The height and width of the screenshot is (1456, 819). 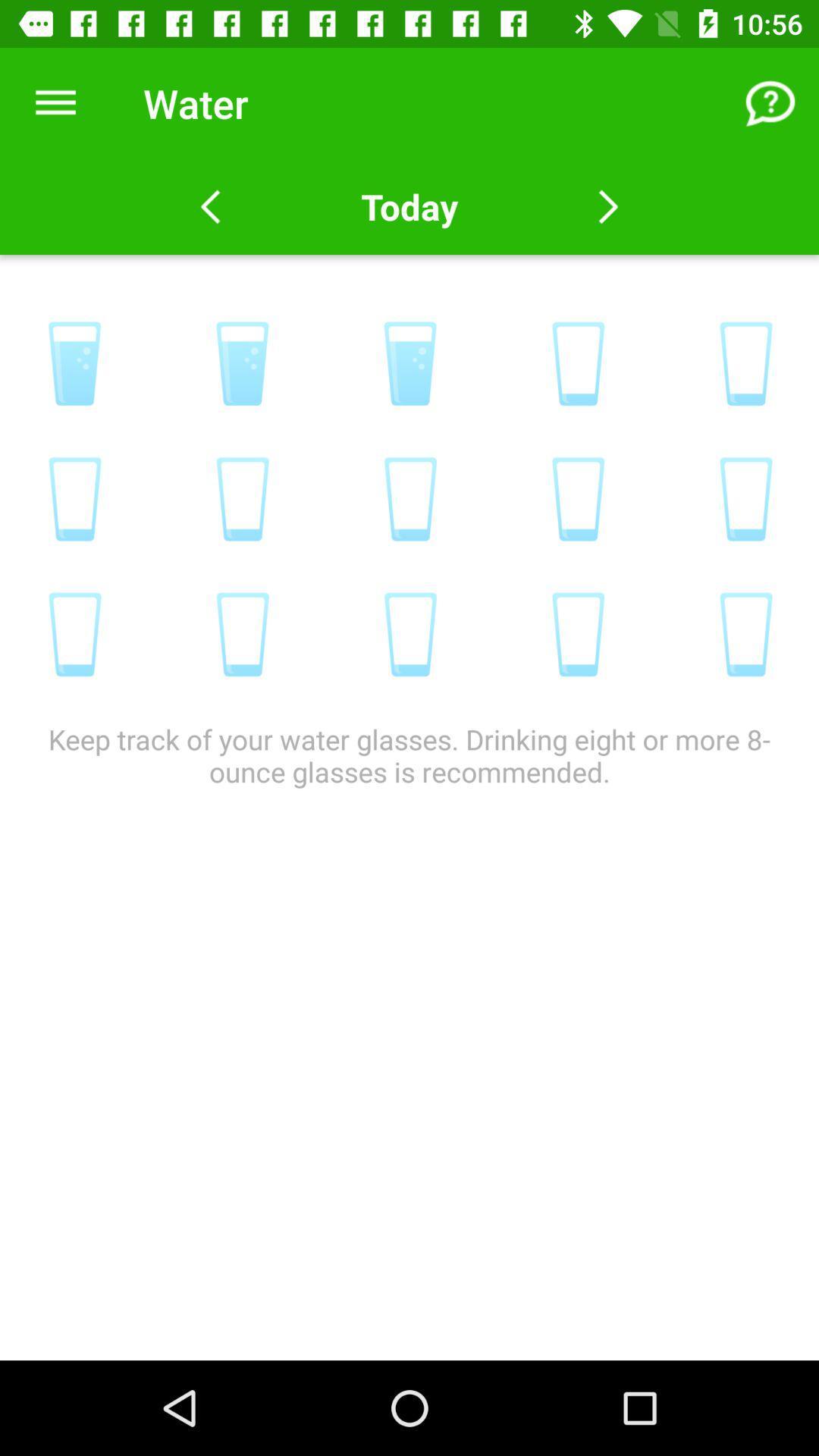 What do you see at coordinates (210, 206) in the screenshot?
I see `the arrow_backward icon` at bounding box center [210, 206].